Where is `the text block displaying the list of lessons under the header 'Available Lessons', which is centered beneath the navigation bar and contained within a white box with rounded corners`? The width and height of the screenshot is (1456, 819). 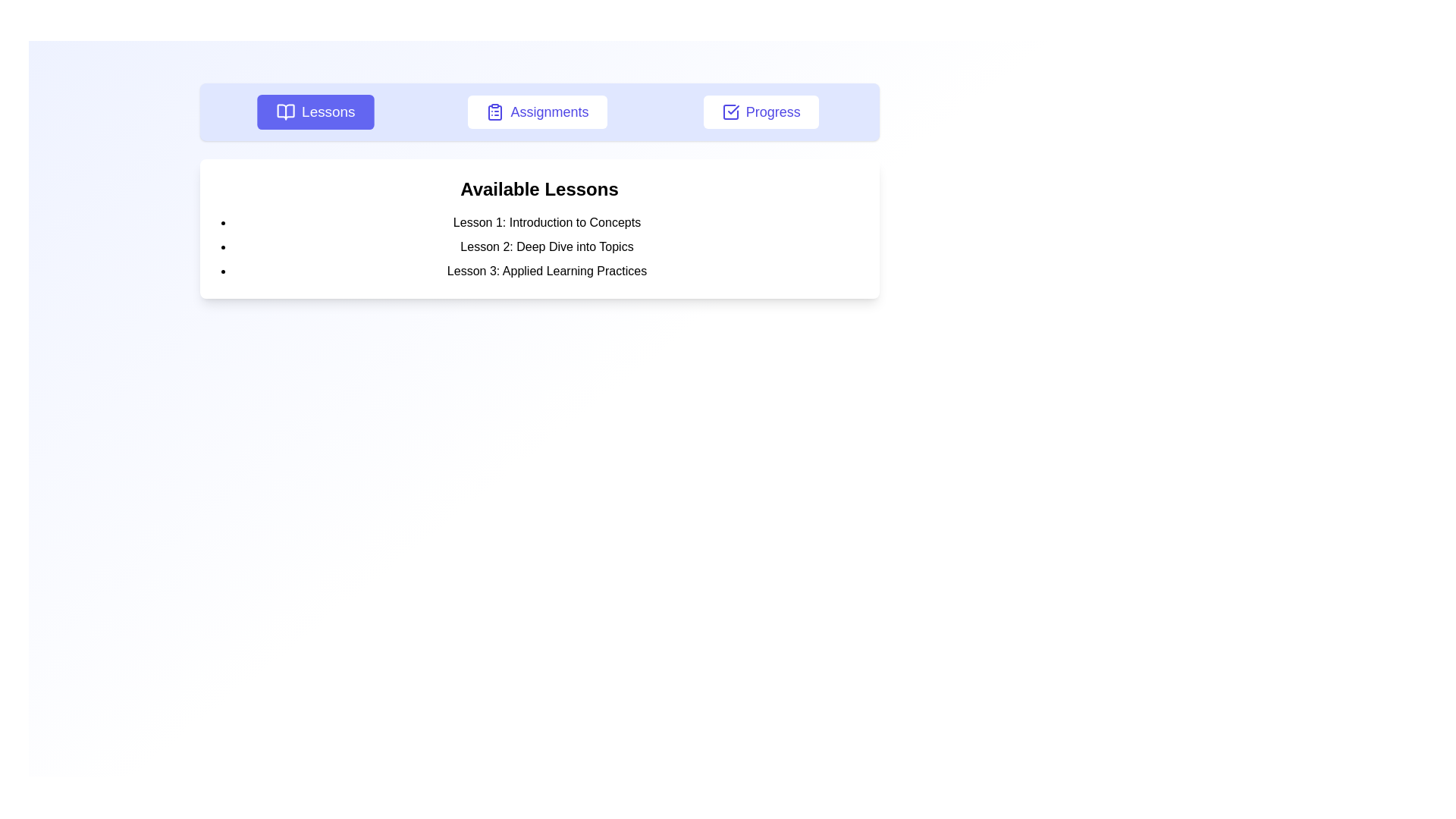 the text block displaying the list of lessons under the header 'Available Lessons', which is centered beneath the navigation bar and contained within a white box with rounded corners is located at coordinates (539, 228).